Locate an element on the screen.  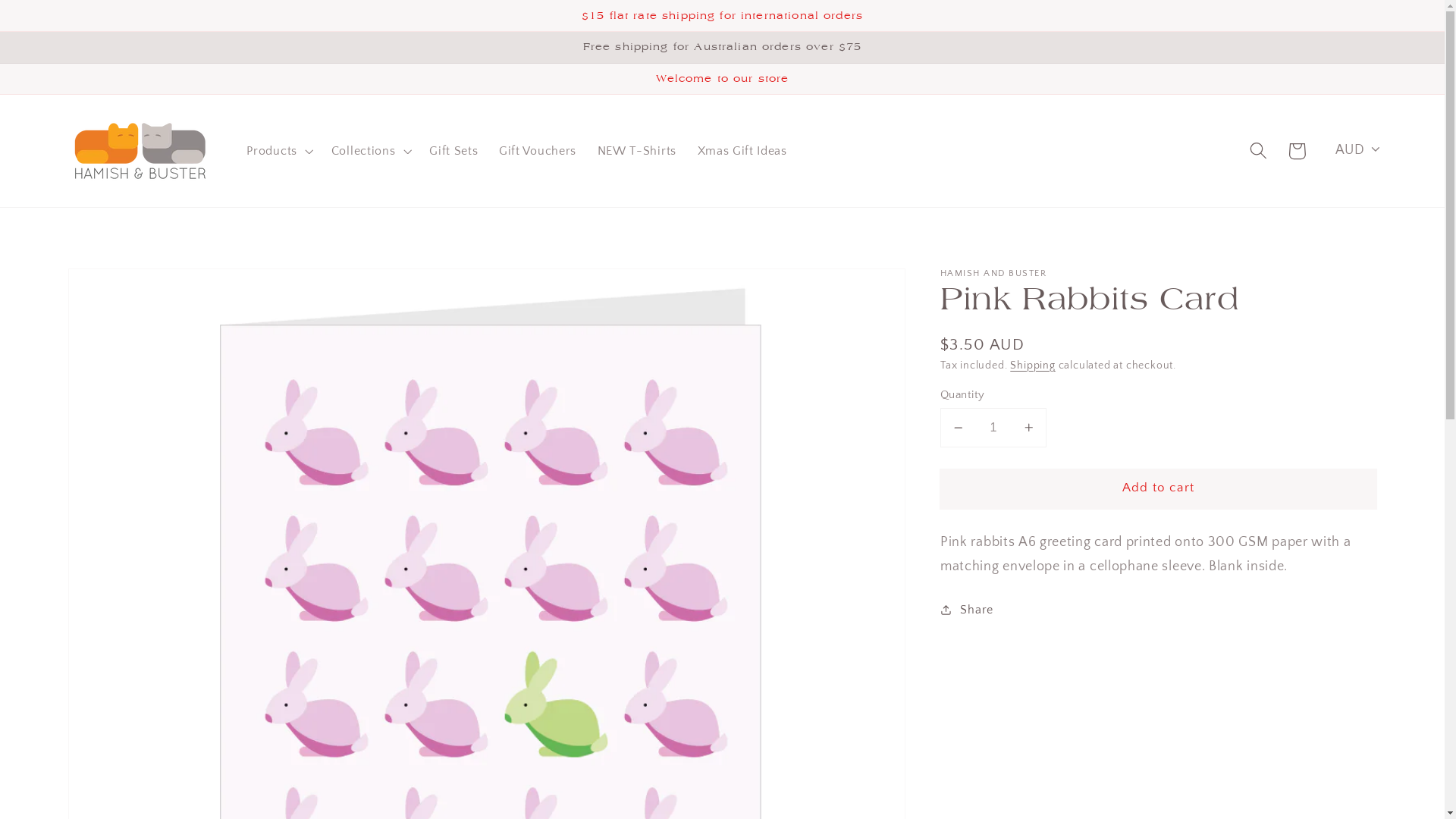
'NEW T-Shirts' is located at coordinates (637, 151).